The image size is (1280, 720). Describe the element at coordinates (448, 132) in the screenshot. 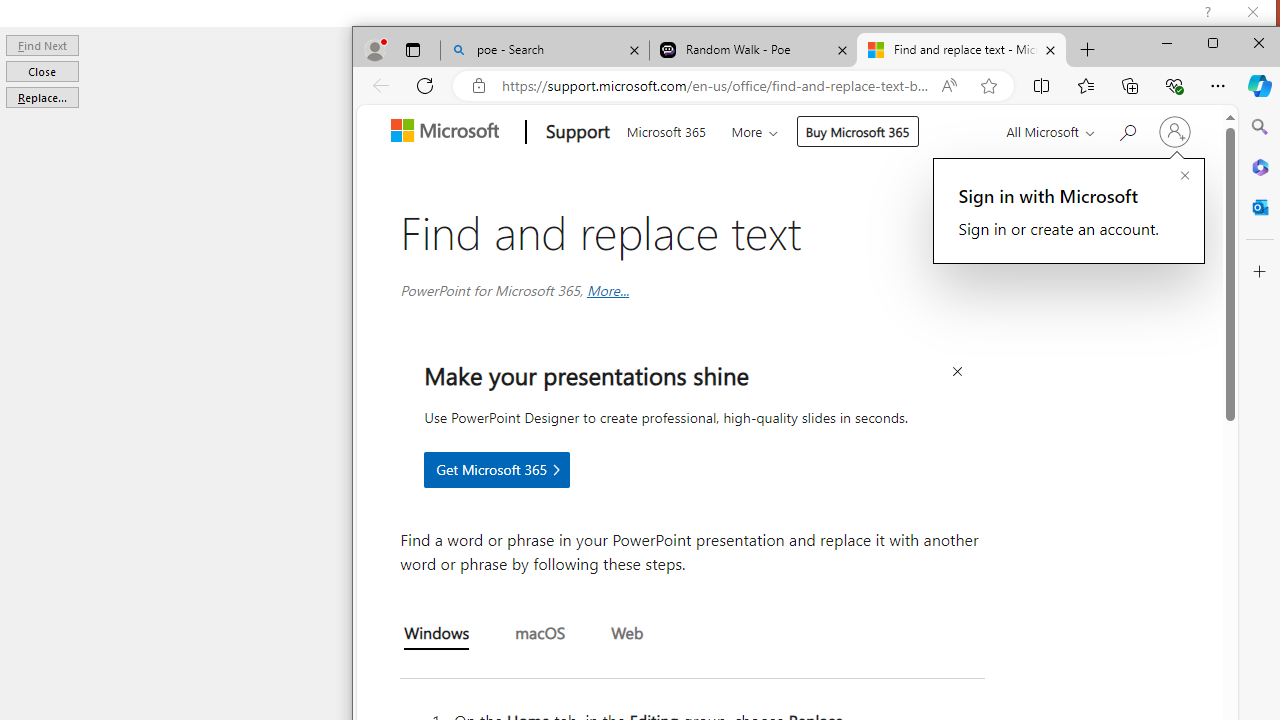

I see `'Microsoft'` at that location.